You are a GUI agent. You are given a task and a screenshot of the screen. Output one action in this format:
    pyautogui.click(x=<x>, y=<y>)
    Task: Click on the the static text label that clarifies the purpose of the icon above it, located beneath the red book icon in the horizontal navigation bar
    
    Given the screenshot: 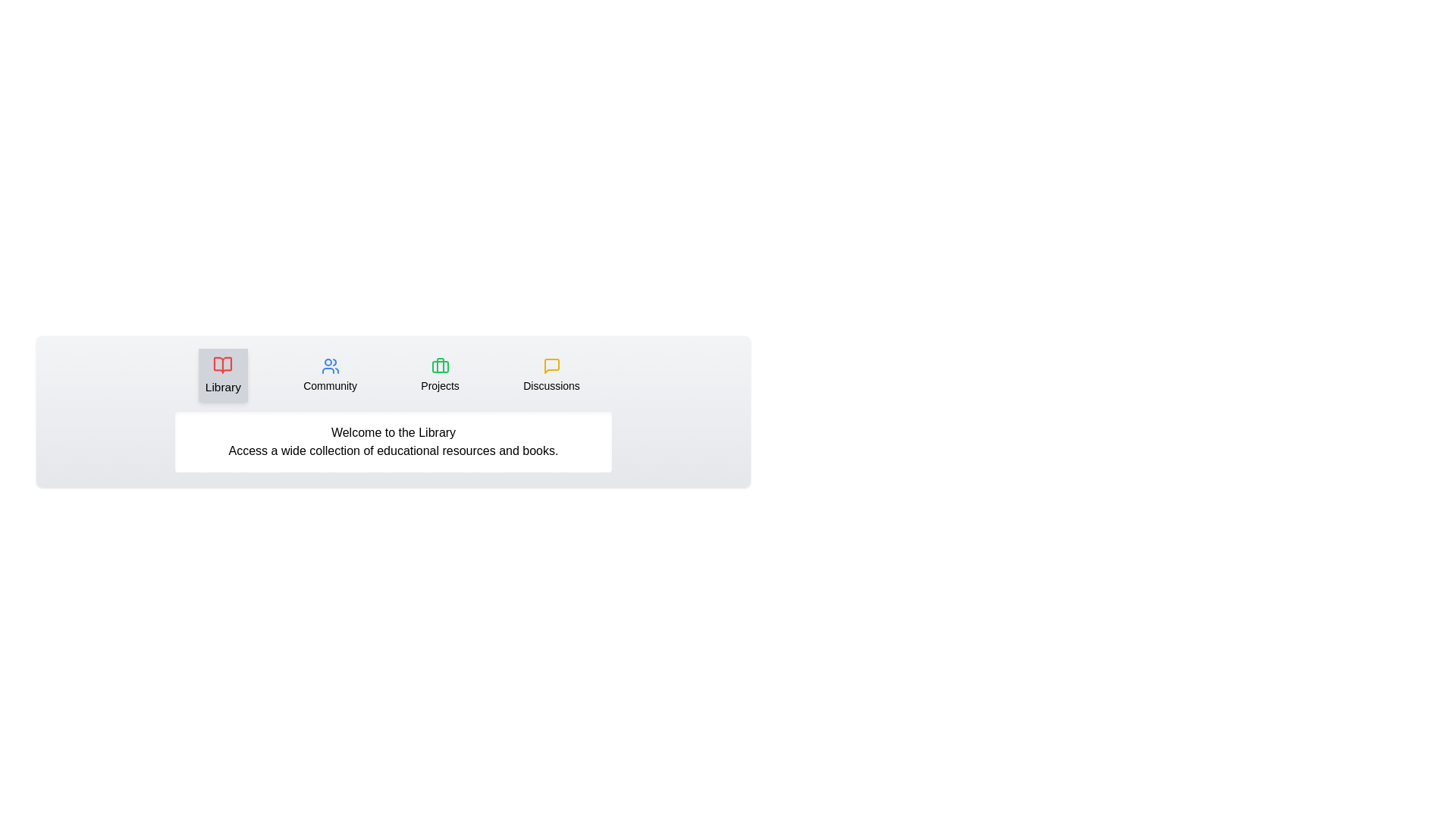 What is the action you would take?
    pyautogui.click(x=222, y=386)
    